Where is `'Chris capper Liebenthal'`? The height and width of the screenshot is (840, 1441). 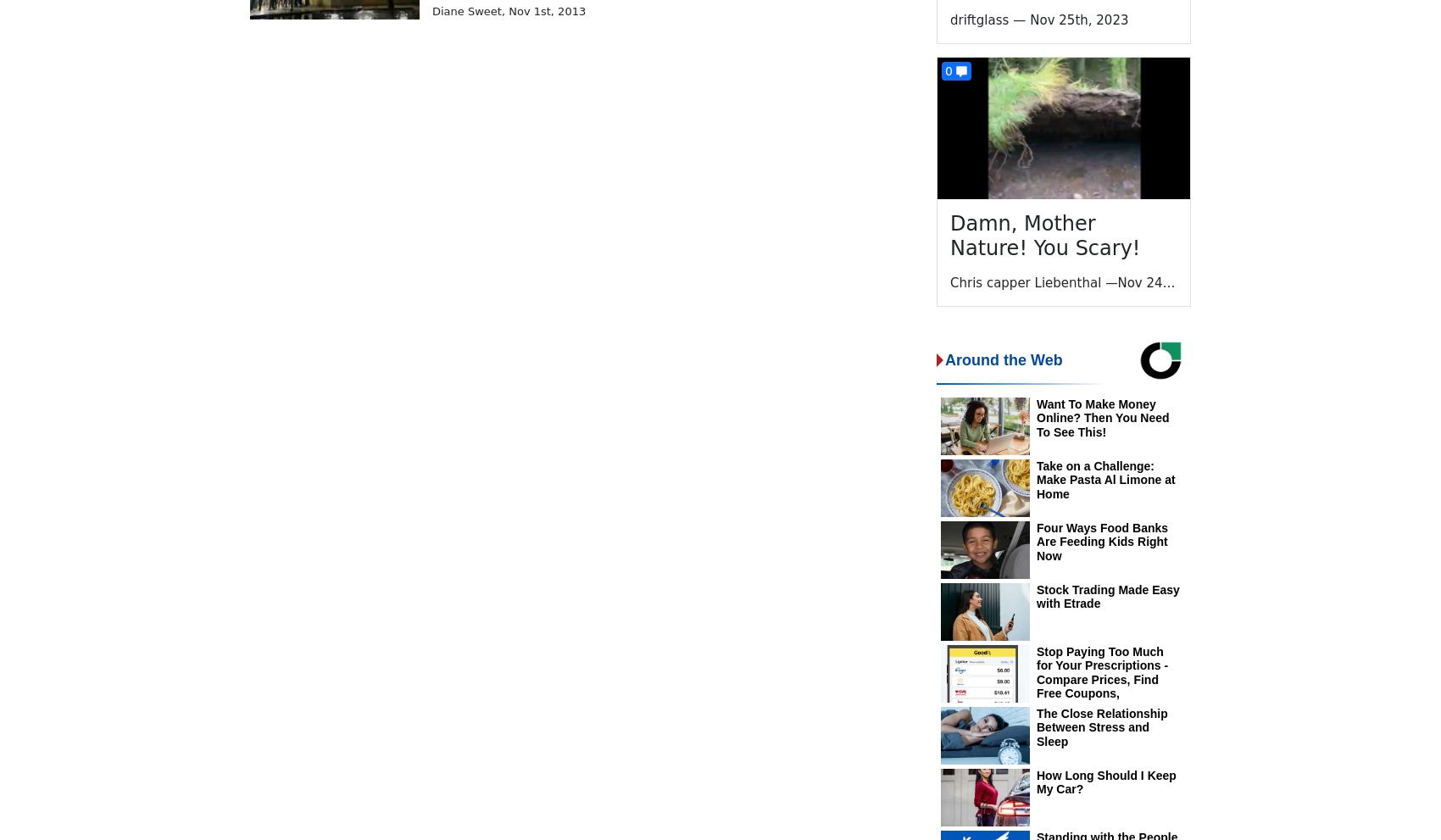 'Chris capper Liebenthal' is located at coordinates (949, 282).